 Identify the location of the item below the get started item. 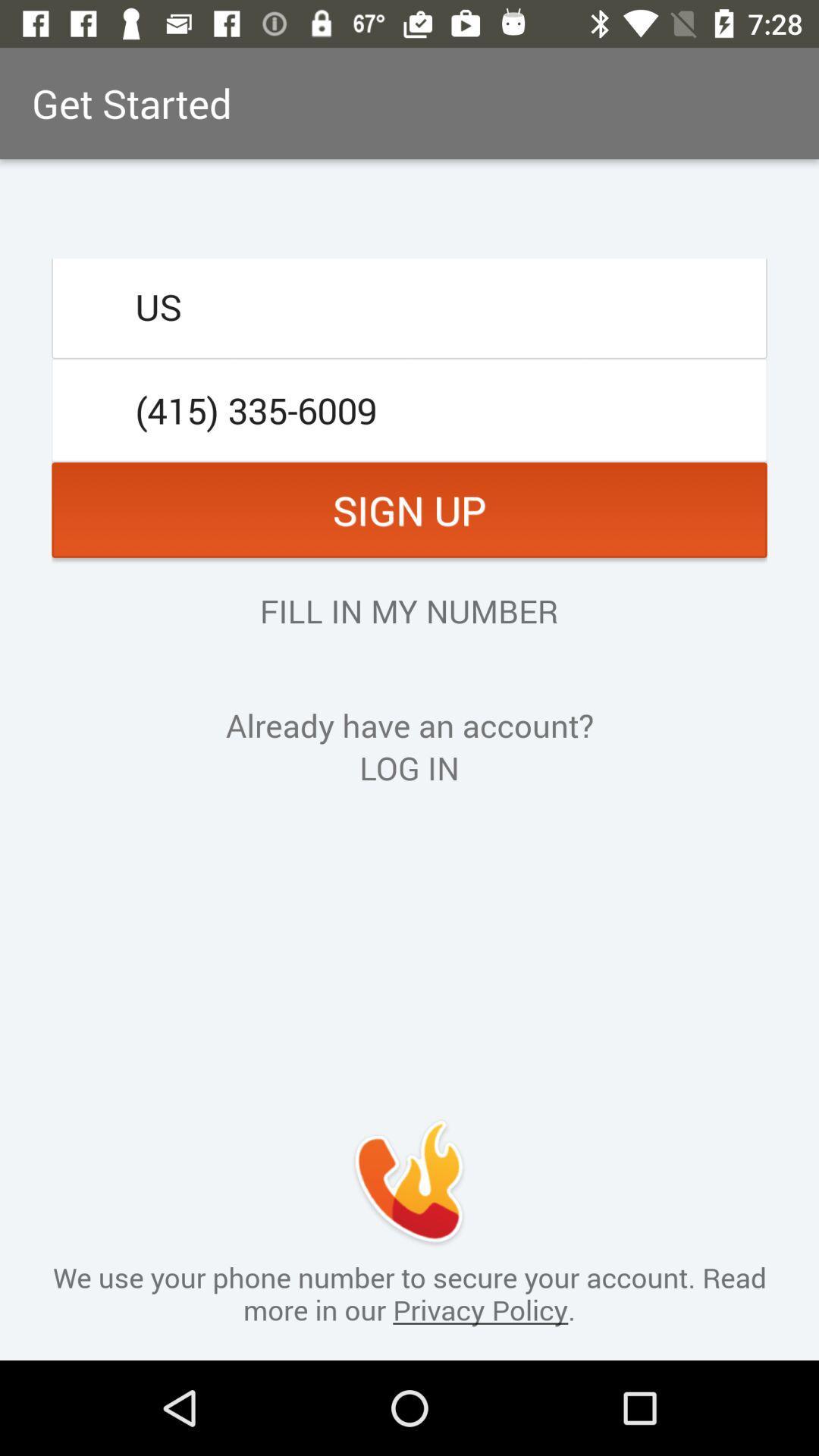
(409, 306).